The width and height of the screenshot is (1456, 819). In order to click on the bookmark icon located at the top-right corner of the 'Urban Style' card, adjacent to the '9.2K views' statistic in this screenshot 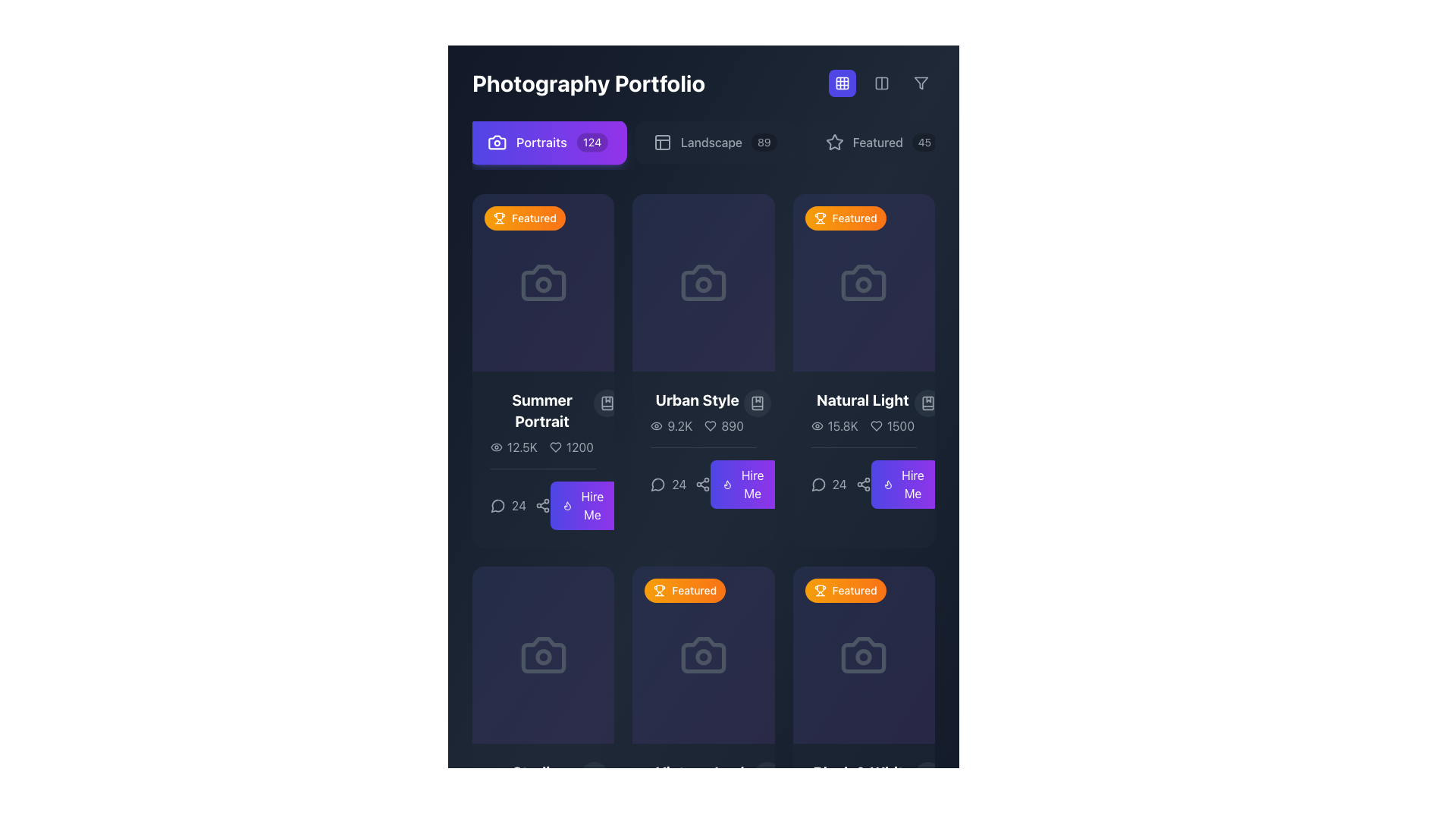, I will do `click(757, 403)`.